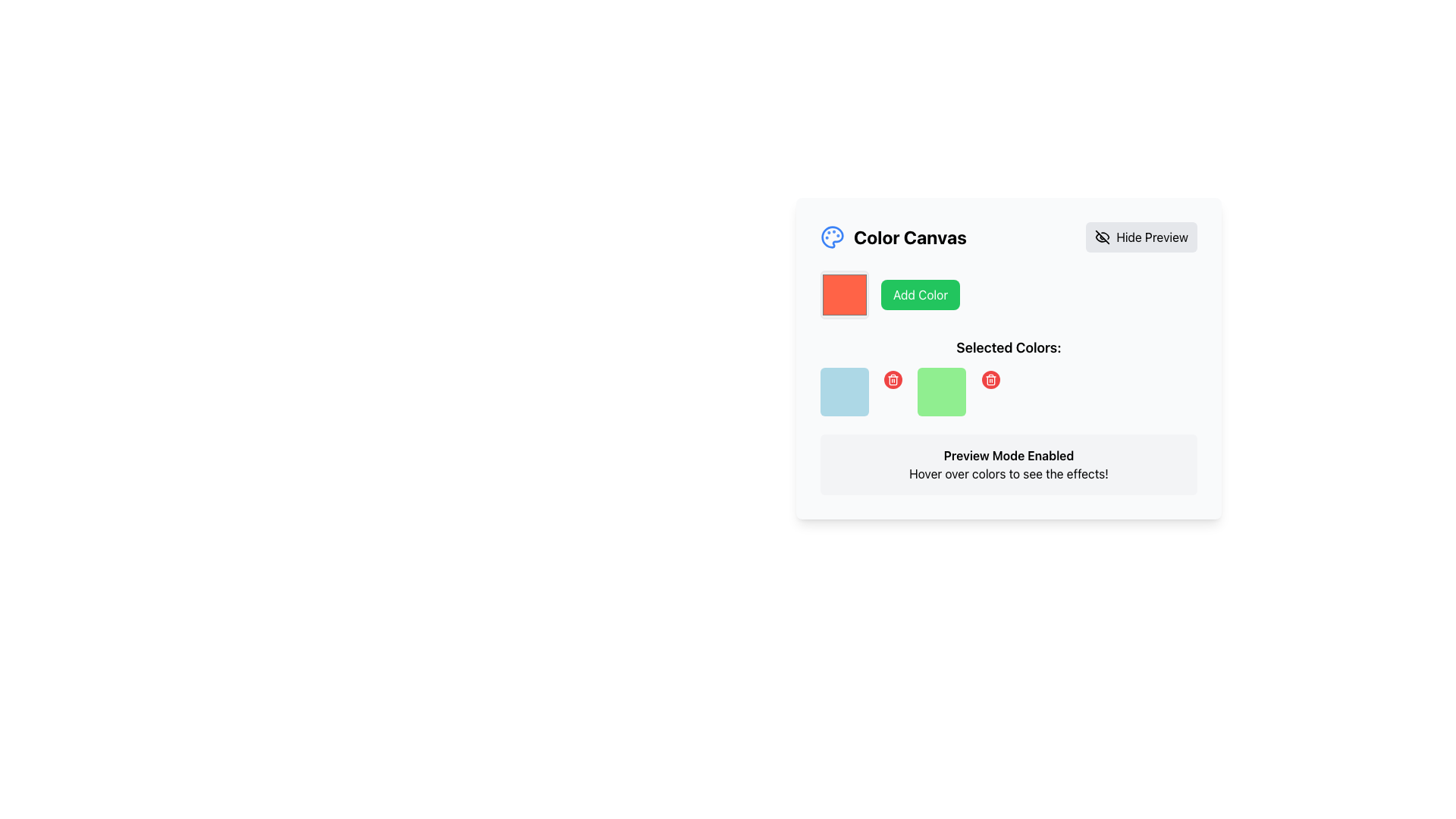 The width and height of the screenshot is (1456, 819). What do you see at coordinates (893, 379) in the screenshot?
I see `the circular red button with a trash can icon located at the top-right corner of the blue box in the 'Selected Colors' section` at bounding box center [893, 379].